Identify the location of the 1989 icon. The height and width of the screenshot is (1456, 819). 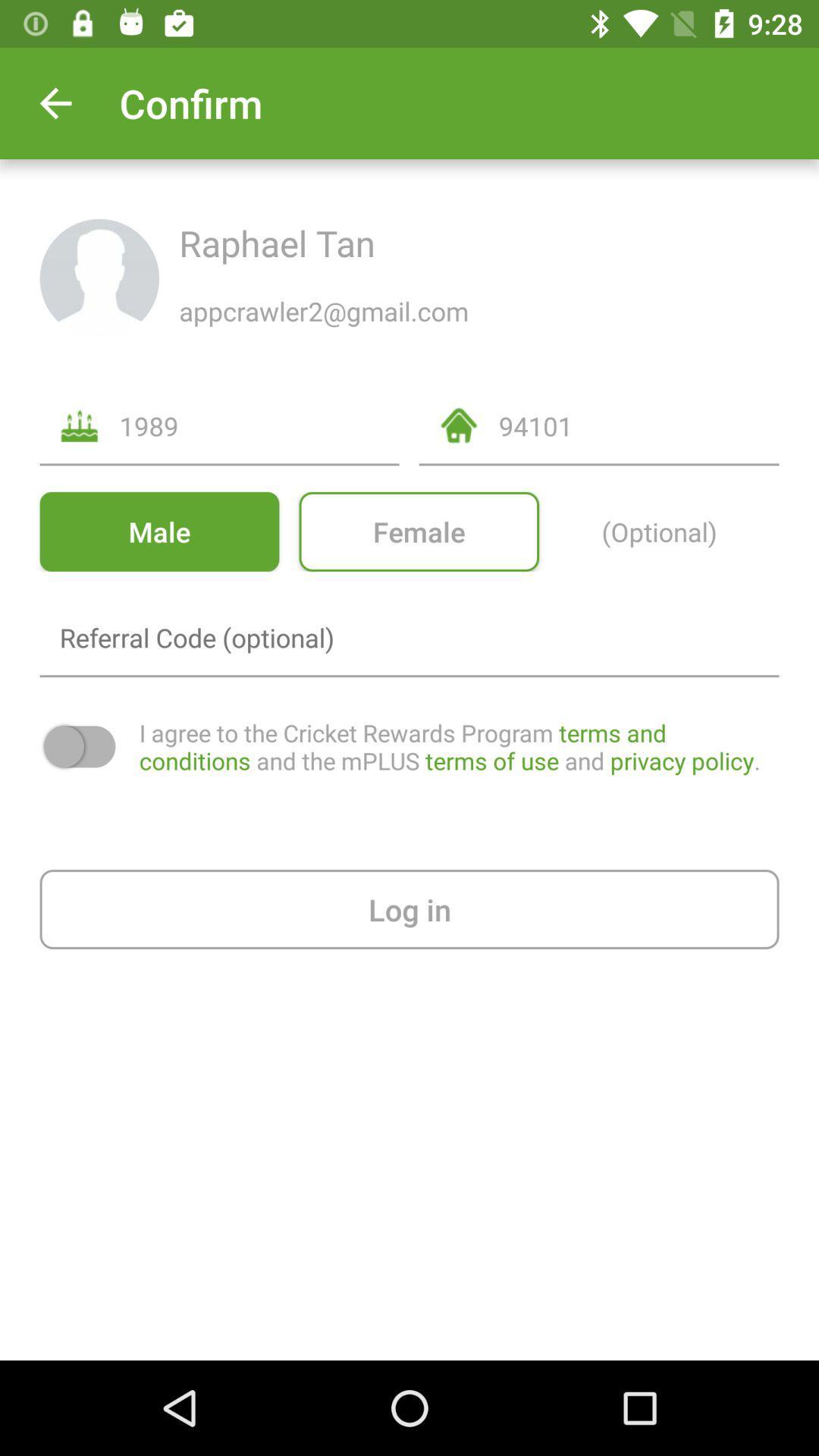
(259, 425).